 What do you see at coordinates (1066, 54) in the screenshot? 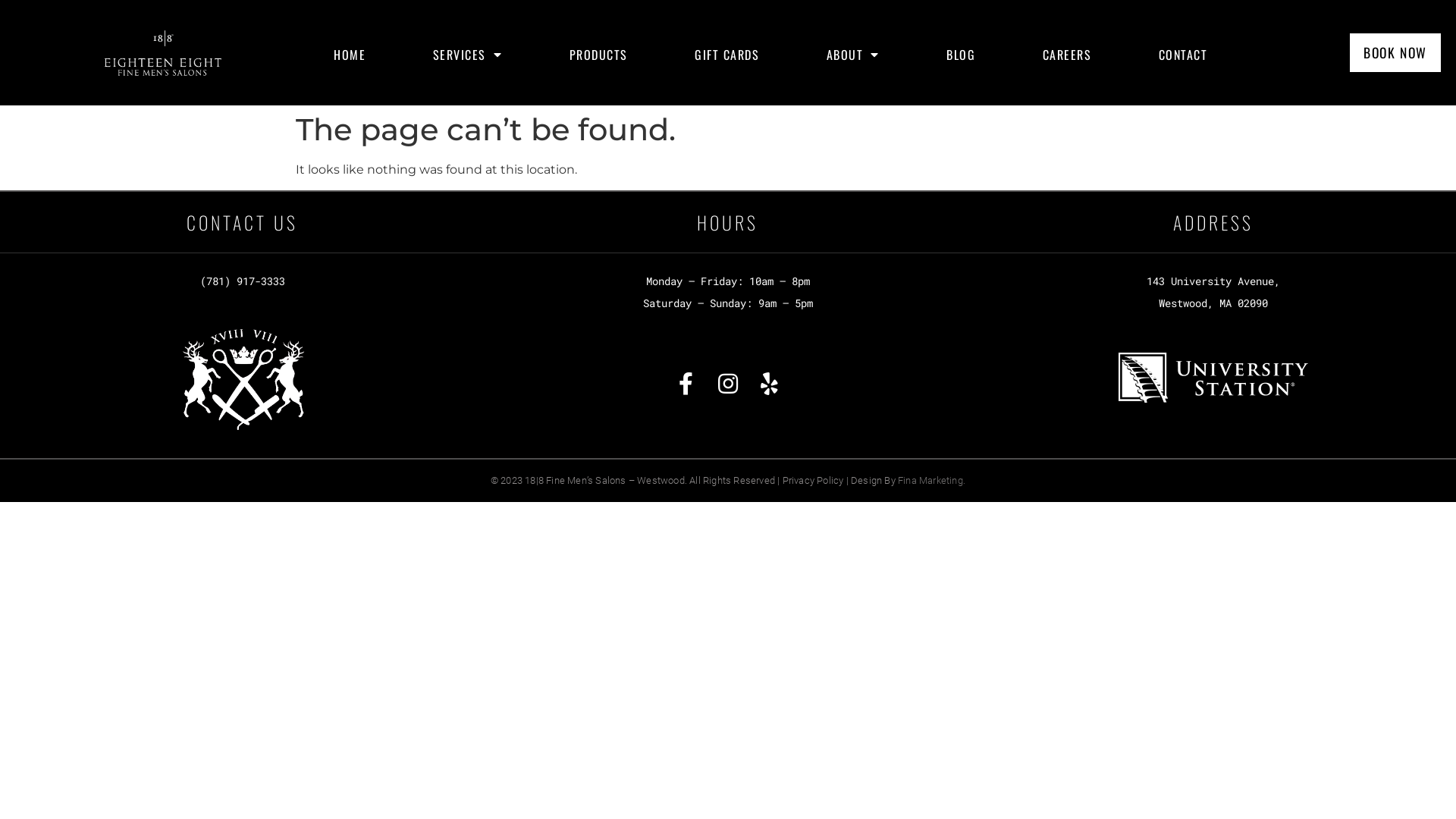
I see `'CAREERS'` at bounding box center [1066, 54].